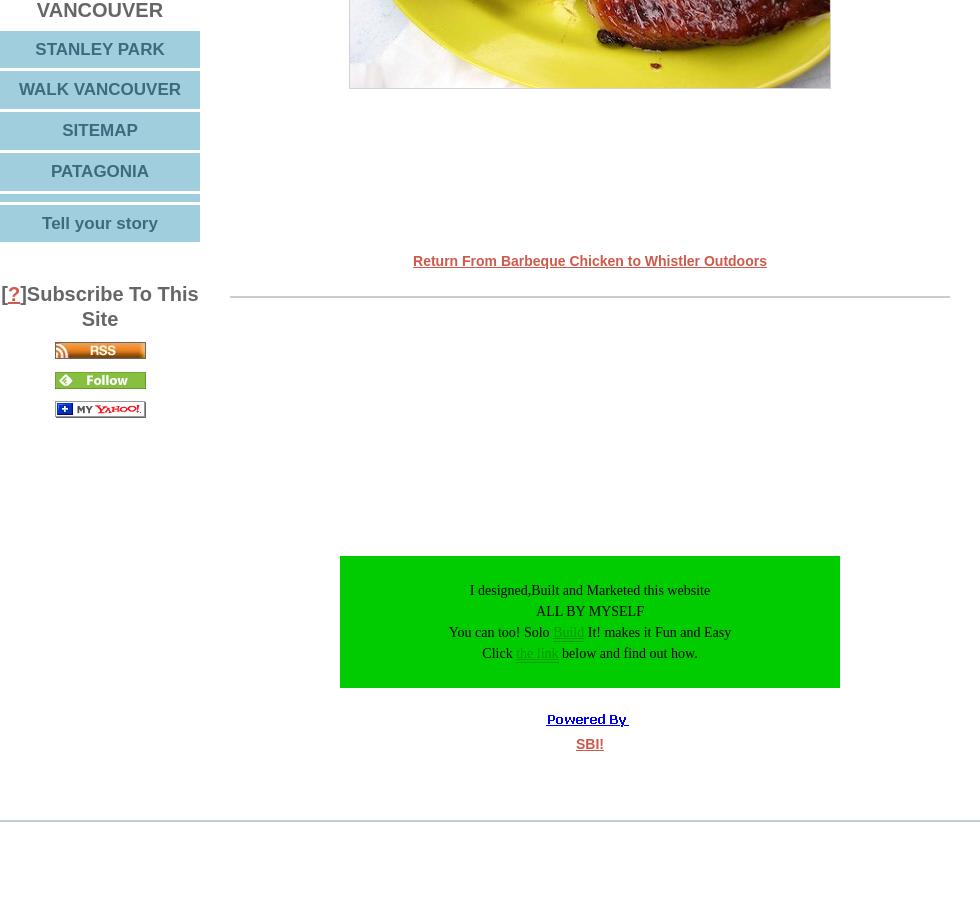 This screenshot has height=897, width=980. I want to click on 'Build', so click(553, 631).